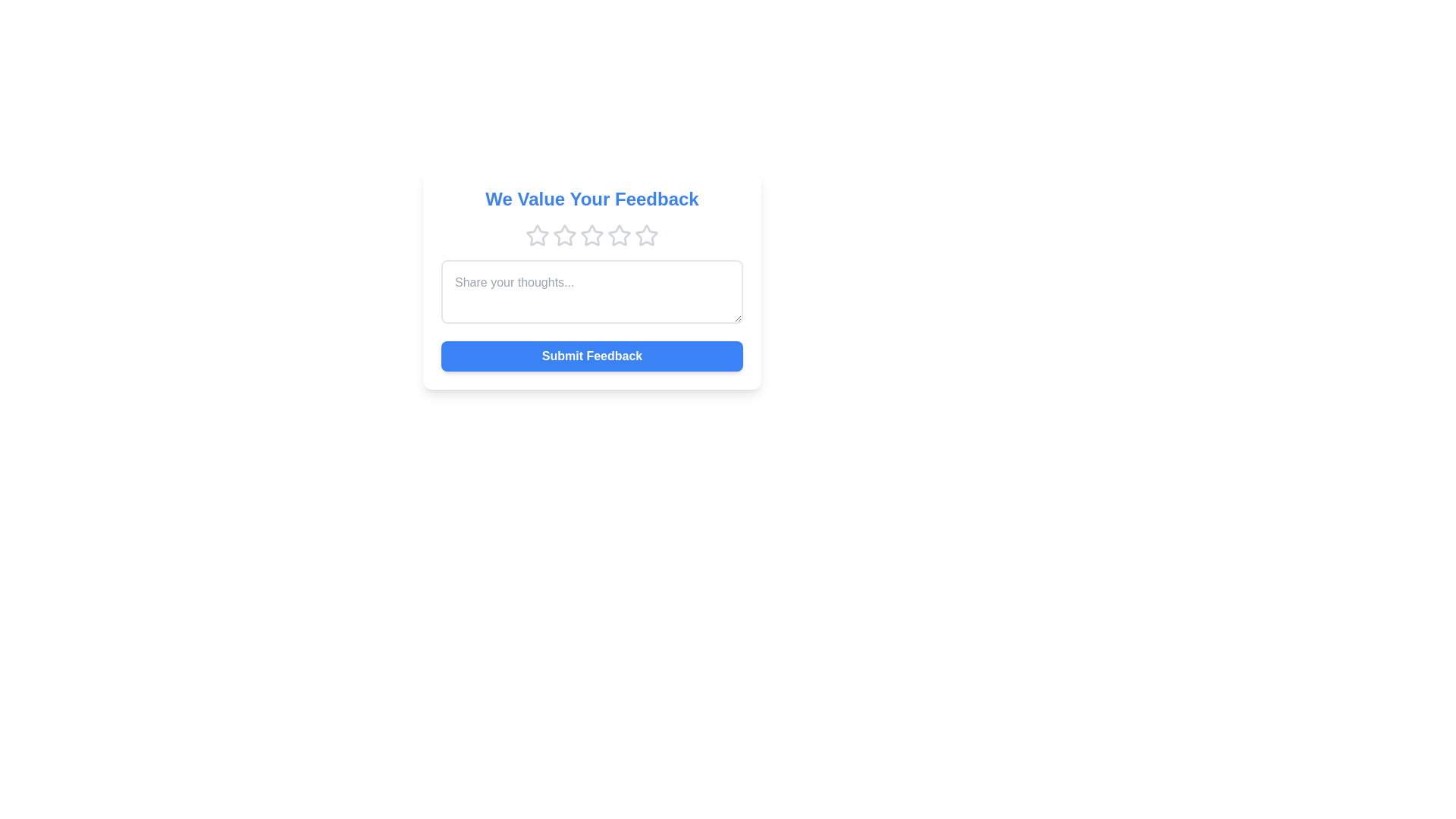 This screenshot has height=819, width=1456. Describe the element at coordinates (538, 236) in the screenshot. I see `the star corresponding to the desired rating 1` at that location.